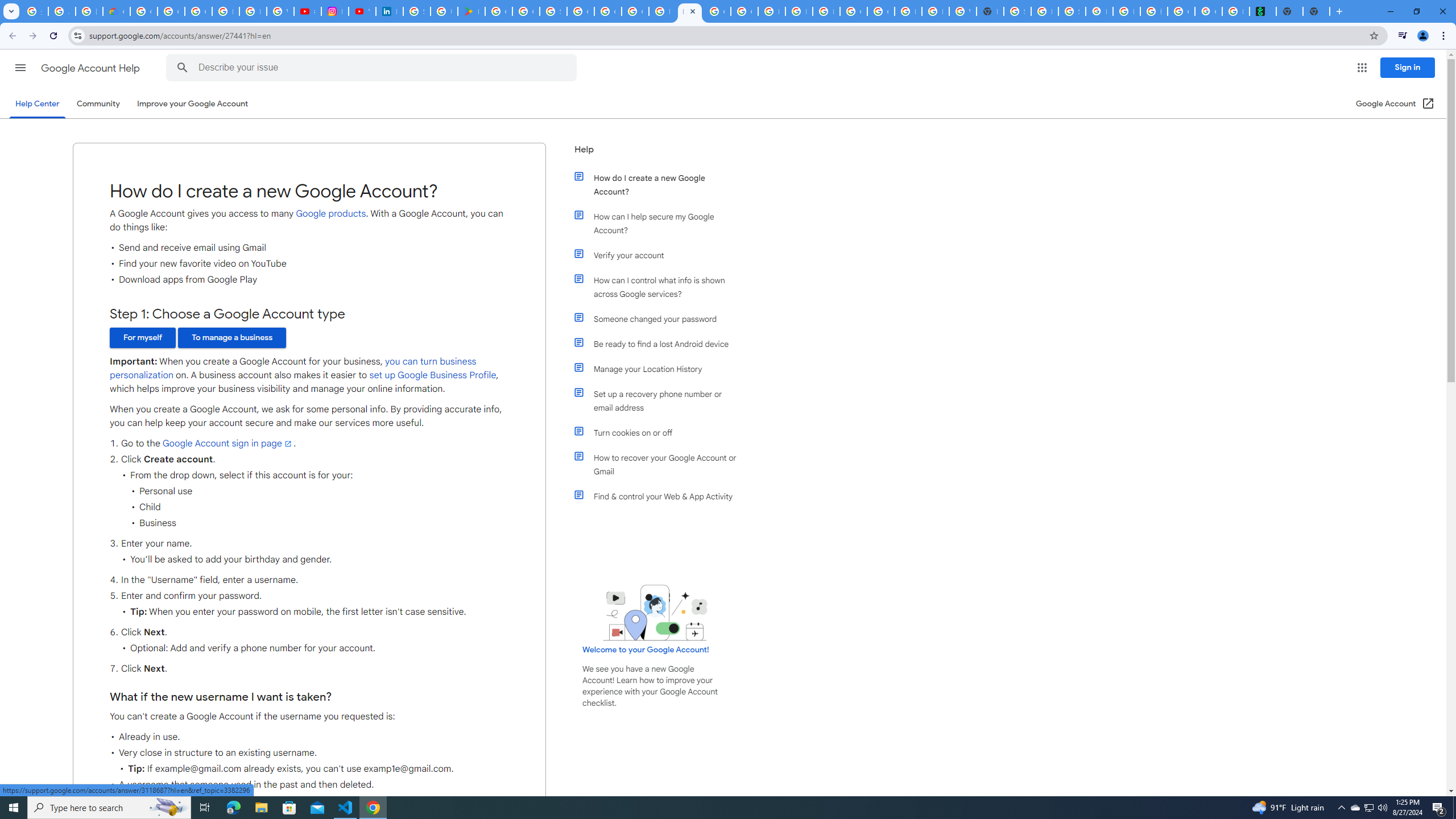 This screenshot has width=1456, height=819. What do you see at coordinates (1395, 103) in the screenshot?
I see `'Google Account (Open in a new window)'` at bounding box center [1395, 103].